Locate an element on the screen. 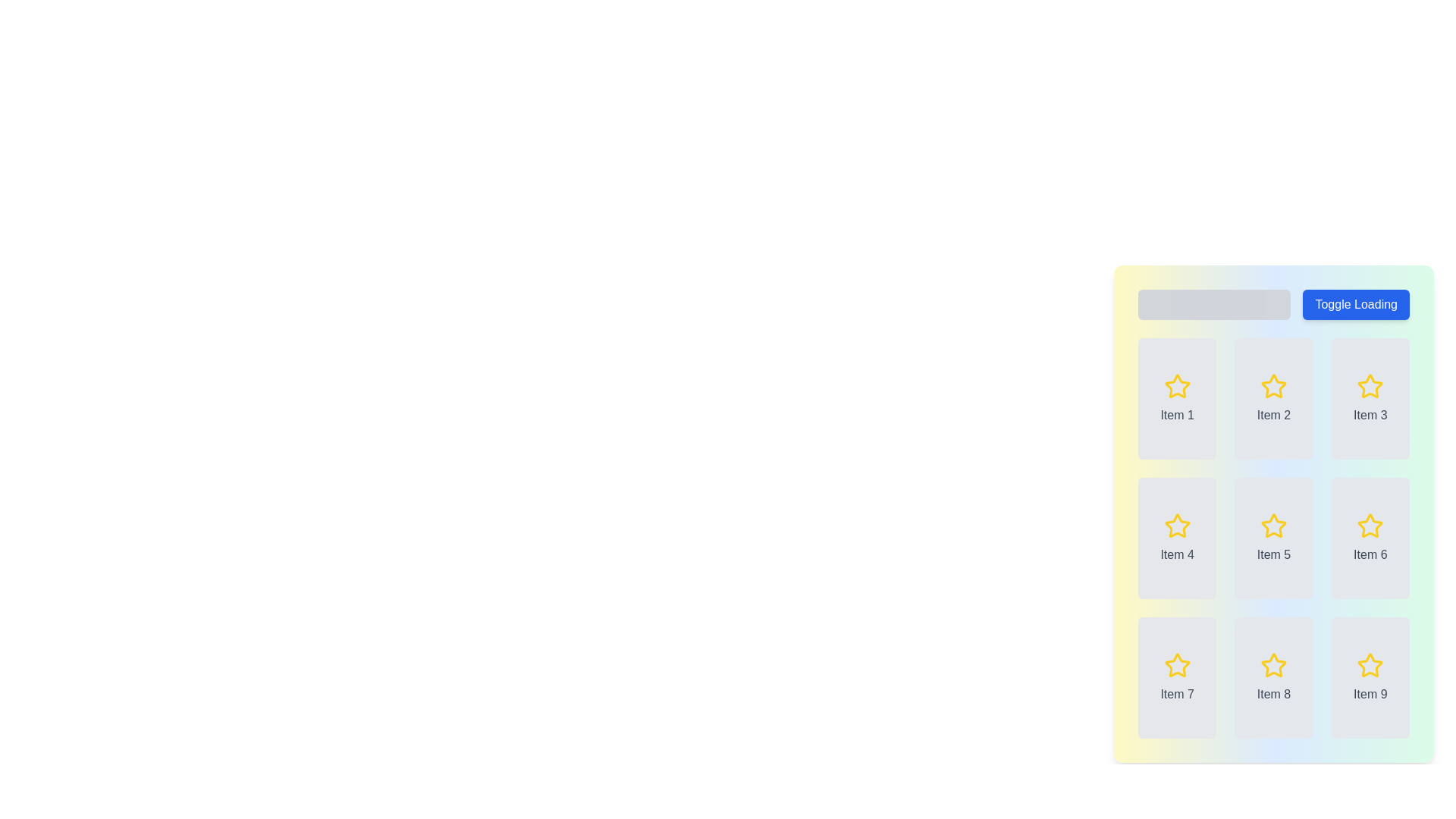 This screenshot has height=819, width=1456. the text label below the first card in the grid layout that describes 'Item 1' with a star icon is located at coordinates (1176, 415).